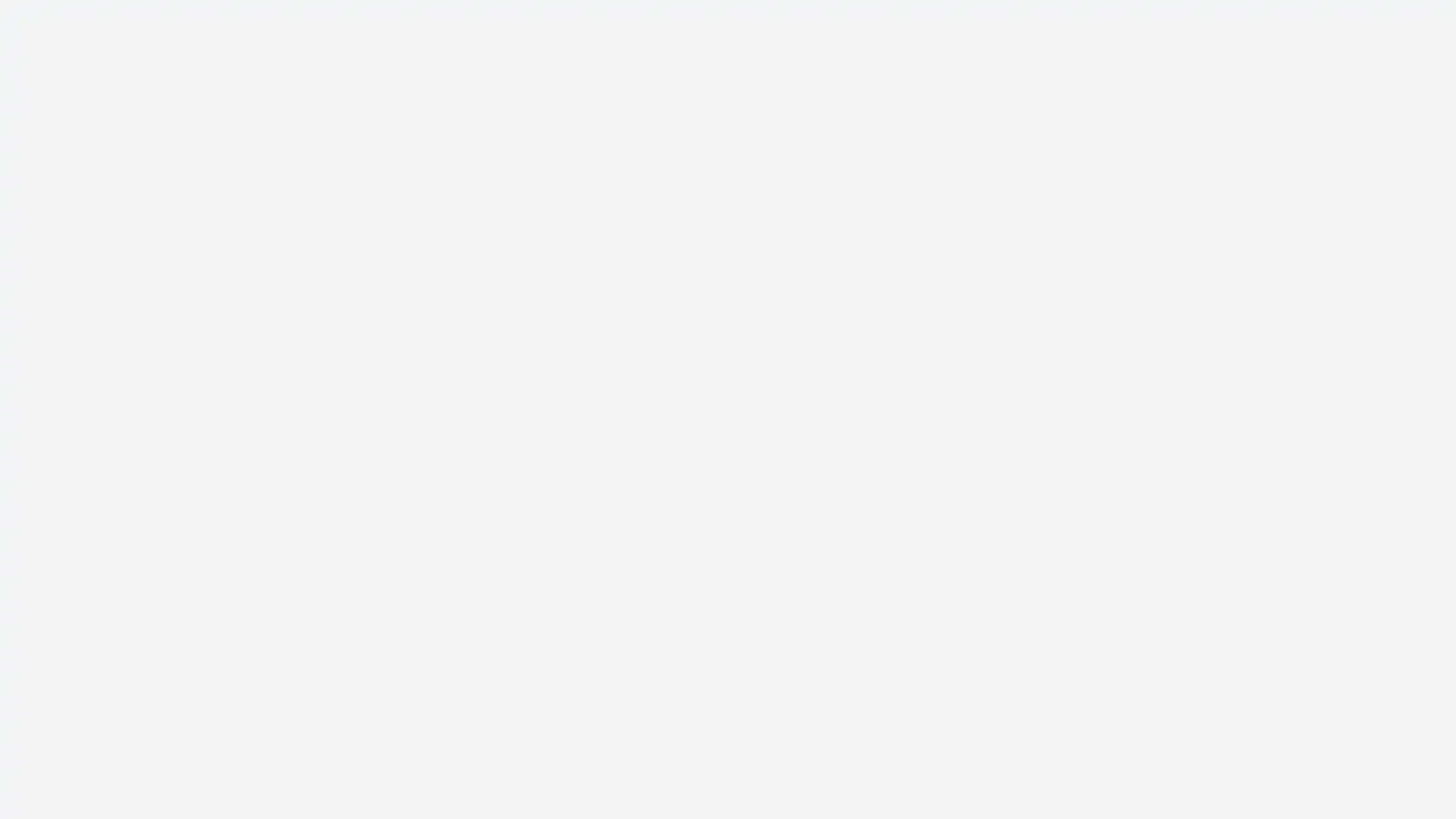 Image resolution: width=1456 pixels, height=819 pixels. Describe the element at coordinates (816, 152) in the screenshot. I see `Google` at that location.